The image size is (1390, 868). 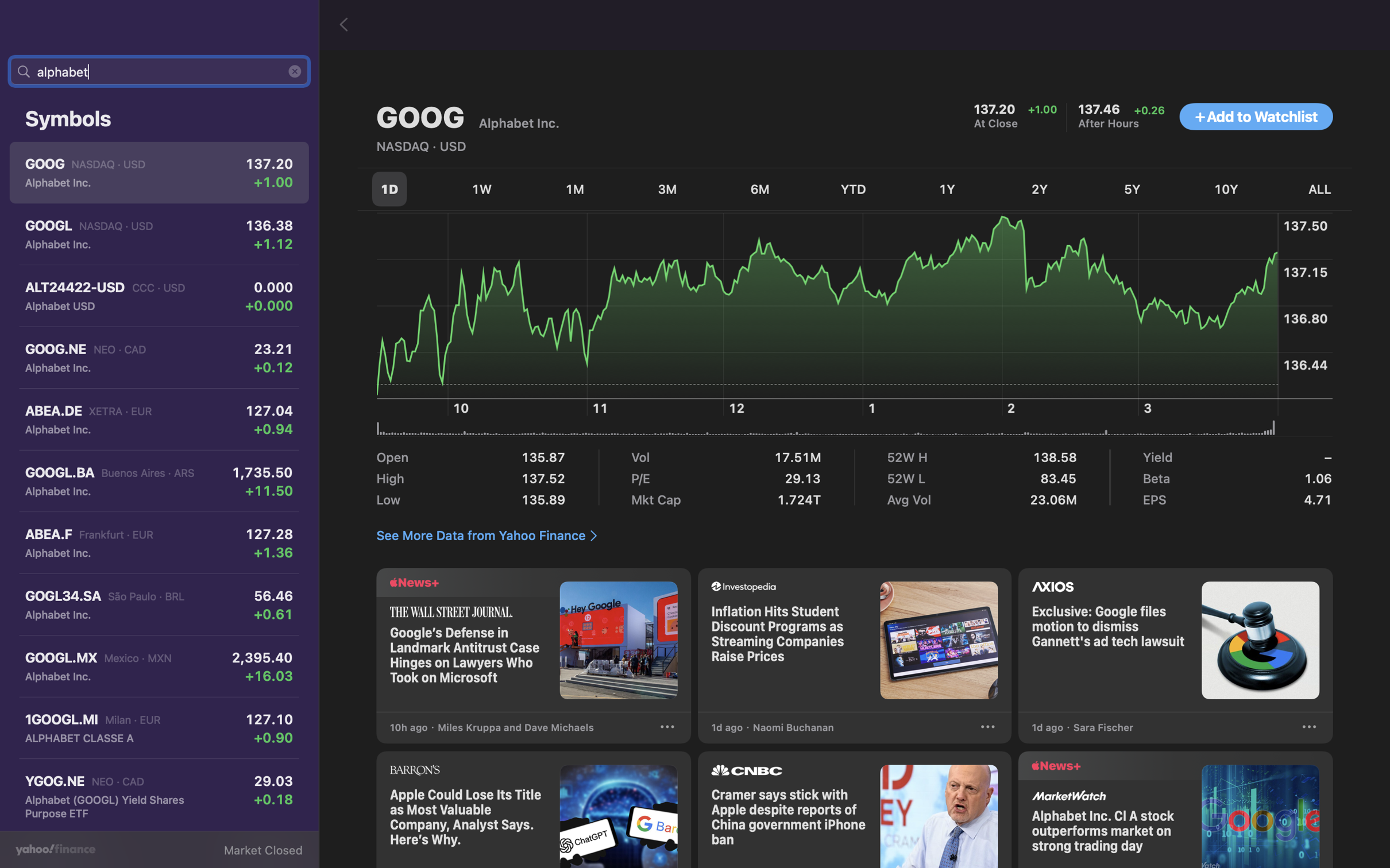 I want to click on Add the stock to watchlist, so click(x=1256, y=117).